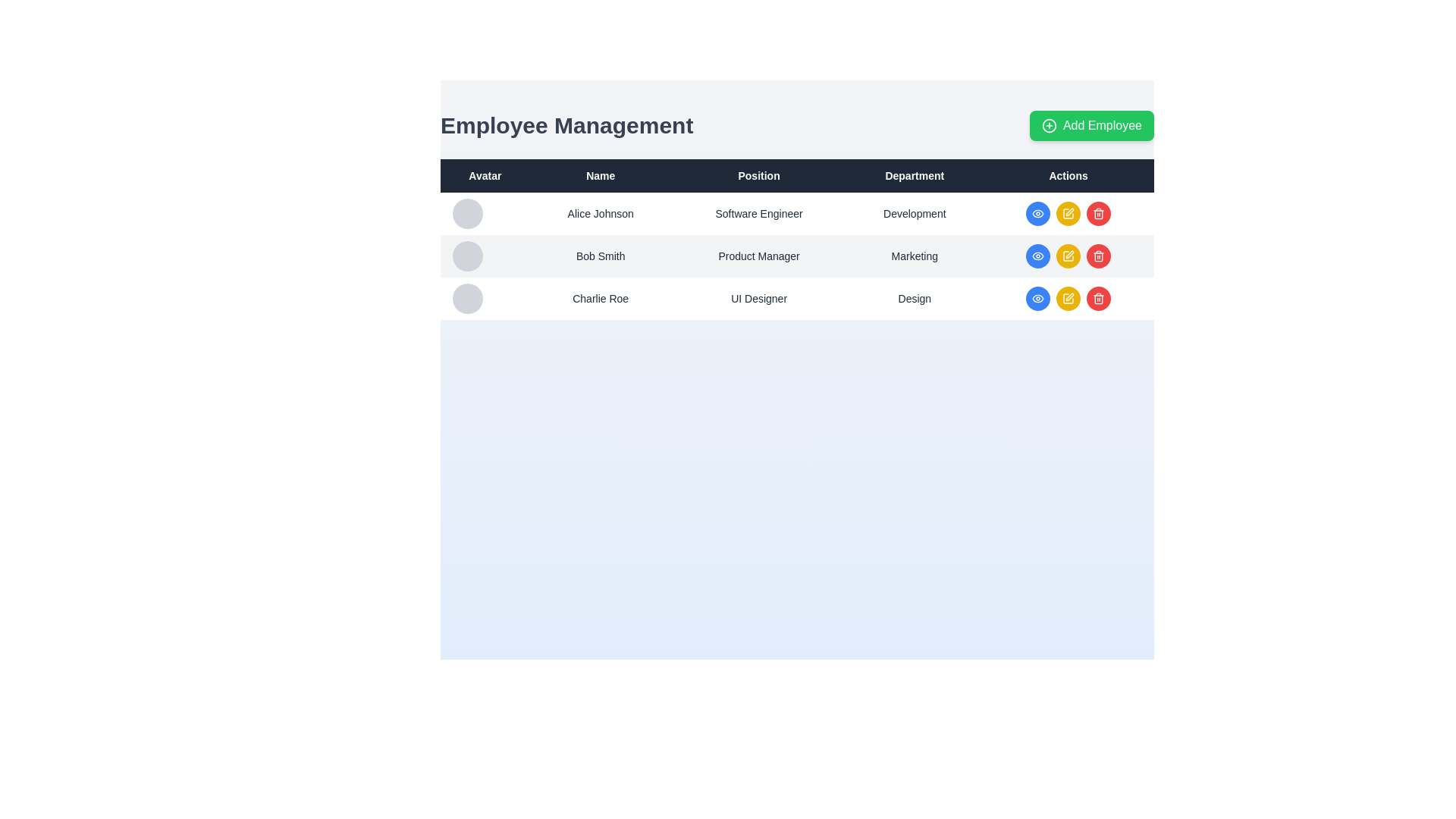  What do you see at coordinates (467, 298) in the screenshot?
I see `circular Avatar placeholder graphic element located in the leftmost column of the employee management table corresponding to the 'Charlie Roe' row` at bounding box center [467, 298].